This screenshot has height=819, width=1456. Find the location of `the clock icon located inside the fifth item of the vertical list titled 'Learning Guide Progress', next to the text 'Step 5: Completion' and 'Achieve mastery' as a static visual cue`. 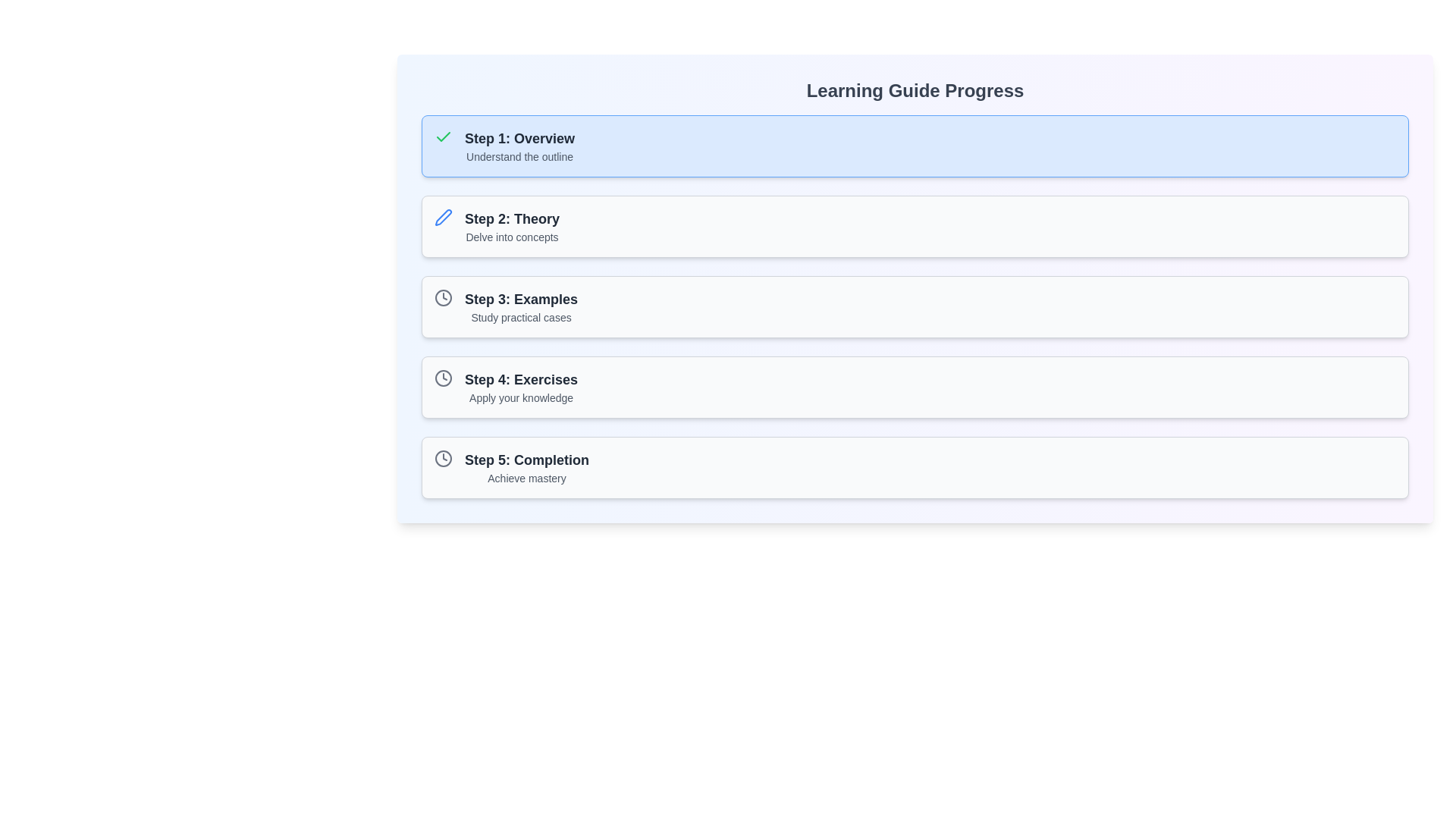

the clock icon located inside the fifth item of the vertical list titled 'Learning Guide Progress', next to the text 'Step 5: Completion' and 'Achieve mastery' as a static visual cue is located at coordinates (443, 458).